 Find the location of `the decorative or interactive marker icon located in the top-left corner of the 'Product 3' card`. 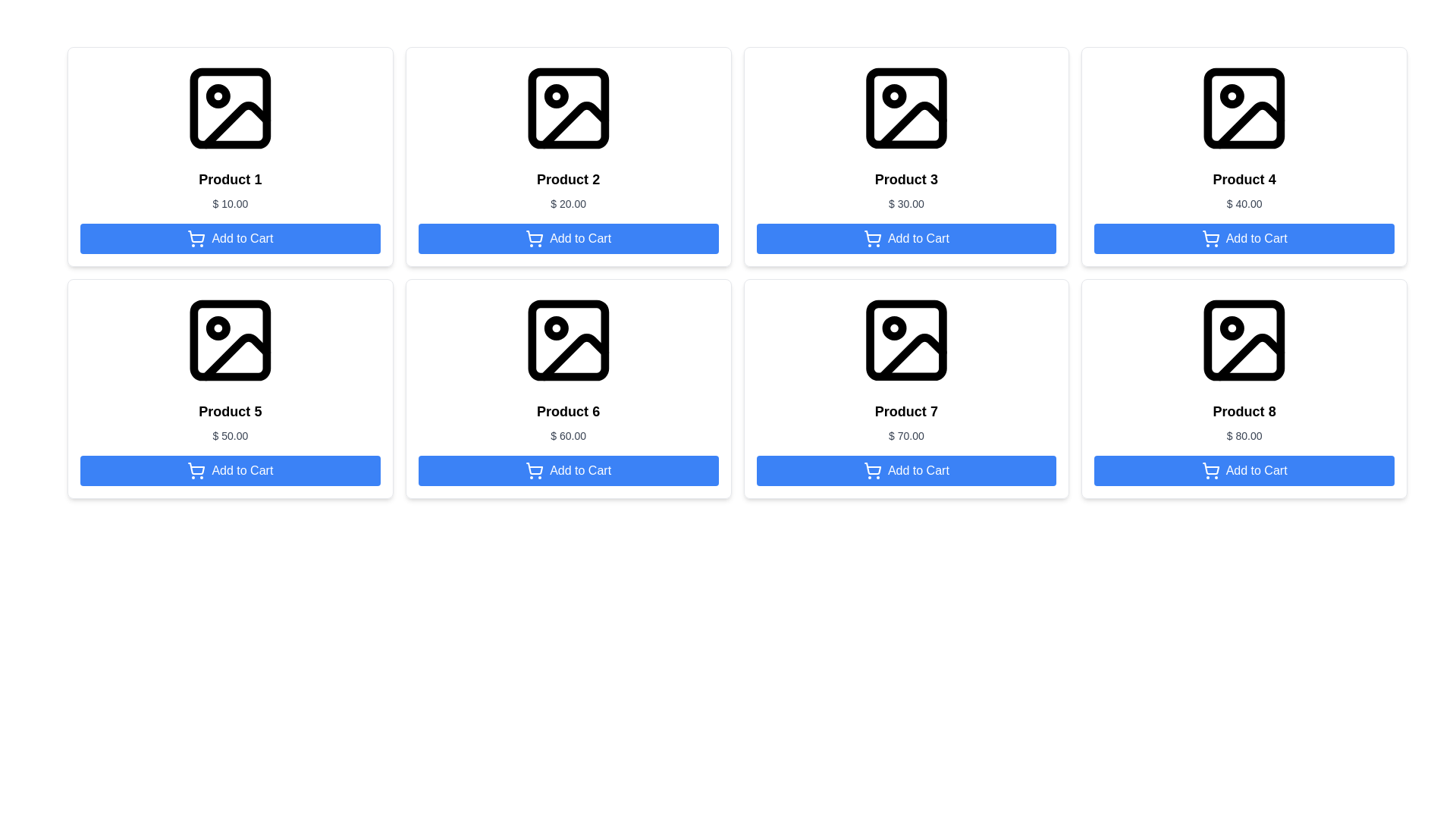

the decorative or interactive marker icon located in the top-left corner of the 'Product 3' card is located at coordinates (894, 96).